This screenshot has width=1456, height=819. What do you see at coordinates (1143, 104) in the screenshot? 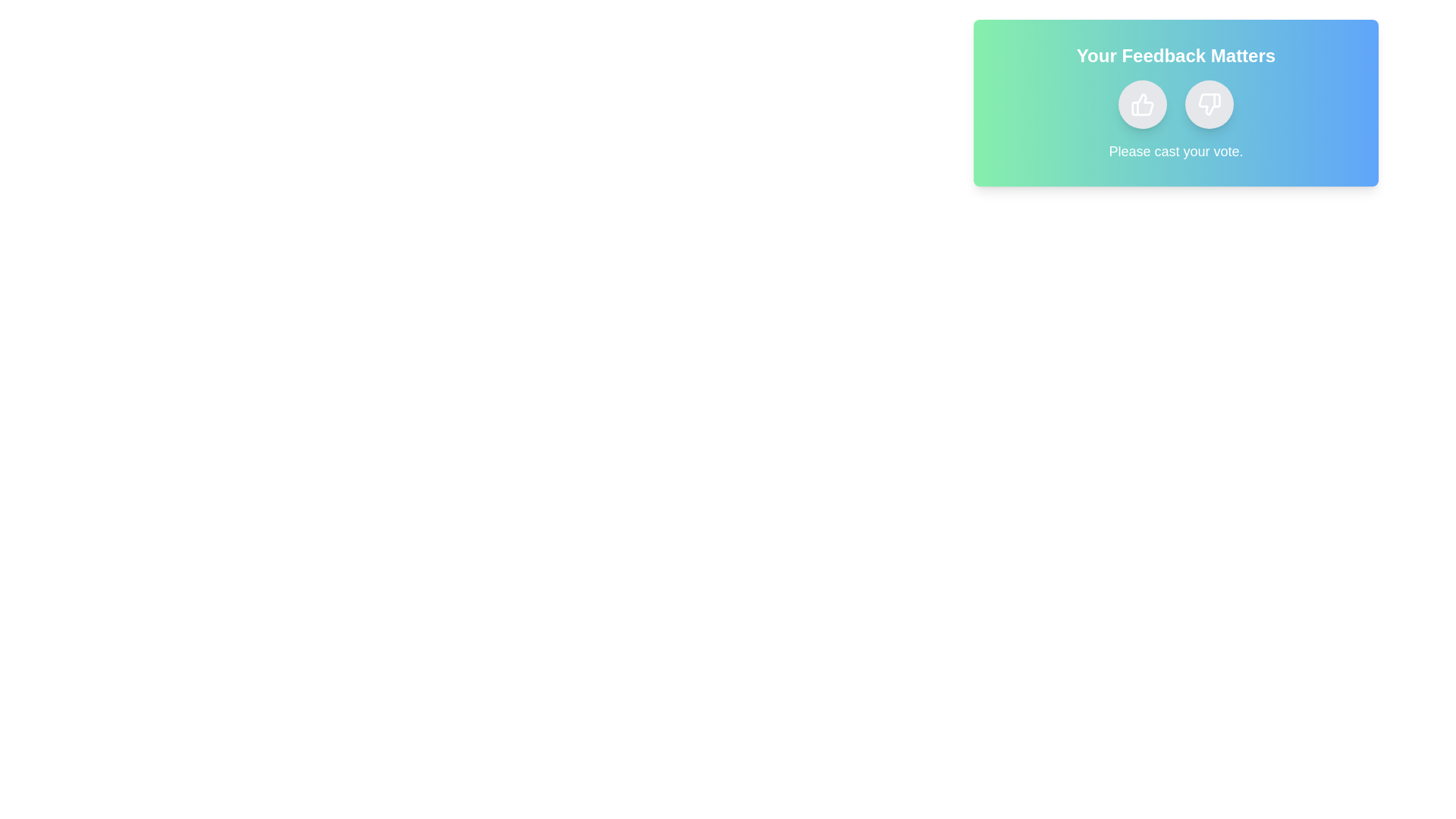
I see `the like button to observe the hover effect` at bounding box center [1143, 104].